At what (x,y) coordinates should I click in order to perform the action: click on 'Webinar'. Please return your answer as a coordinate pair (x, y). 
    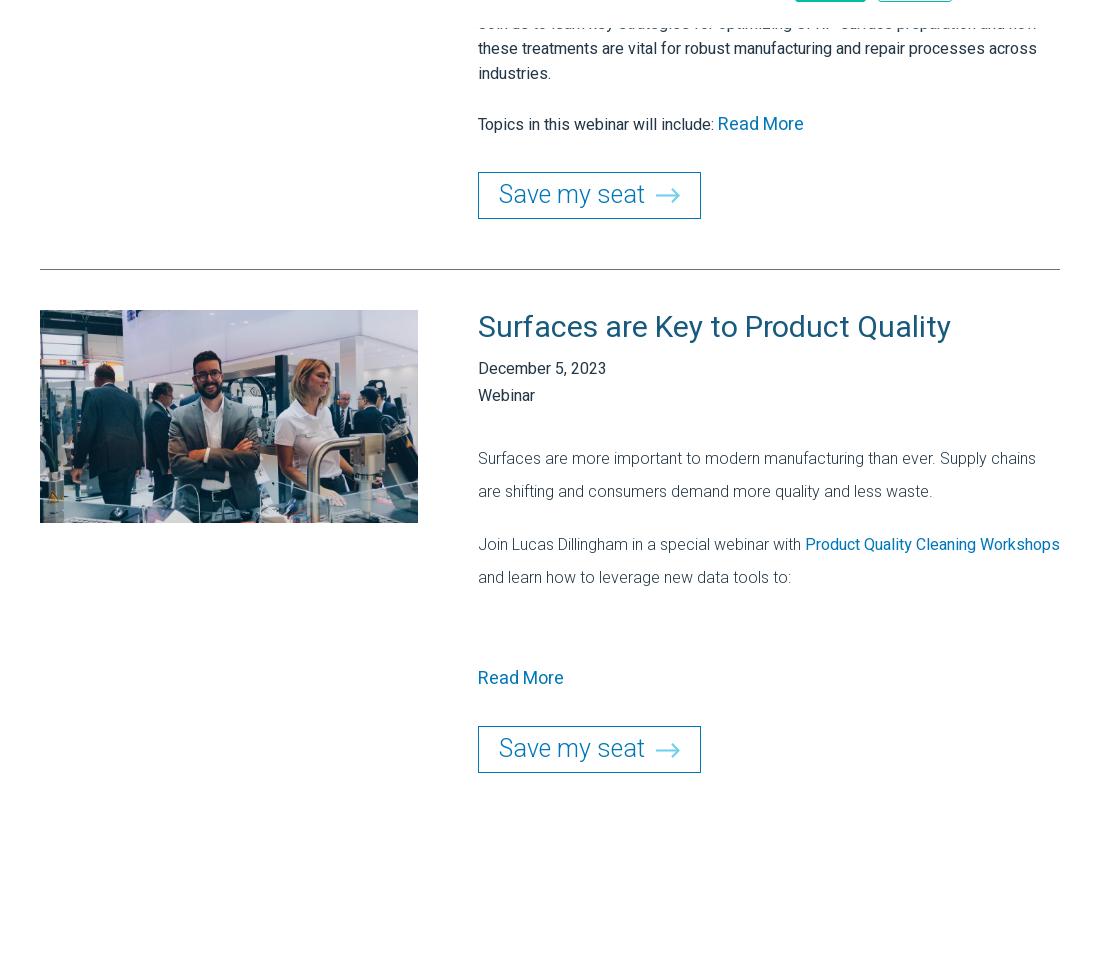
    Looking at the image, I should click on (506, 395).